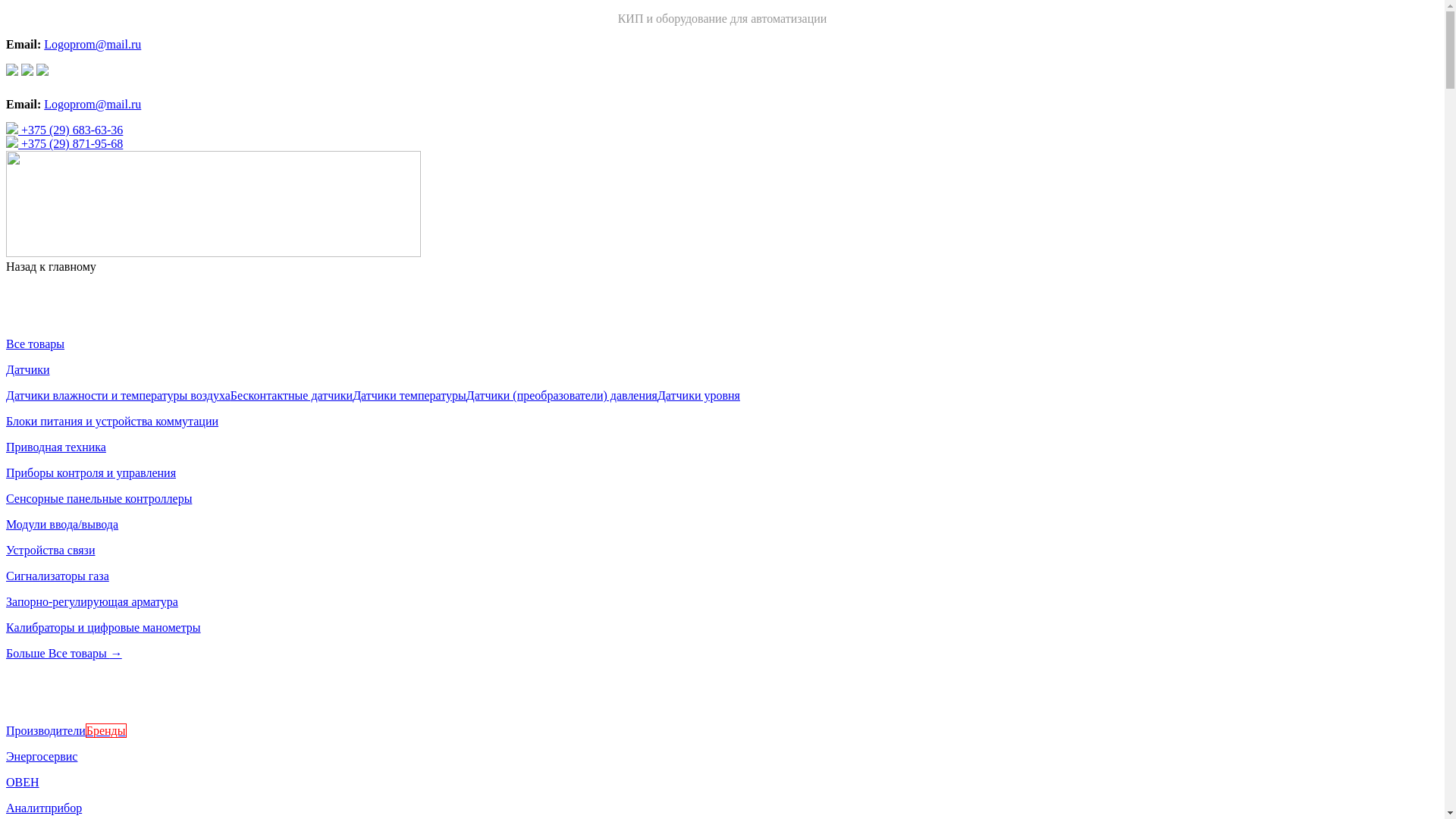  I want to click on 'Logoprom@mail.ru', so click(91, 43).